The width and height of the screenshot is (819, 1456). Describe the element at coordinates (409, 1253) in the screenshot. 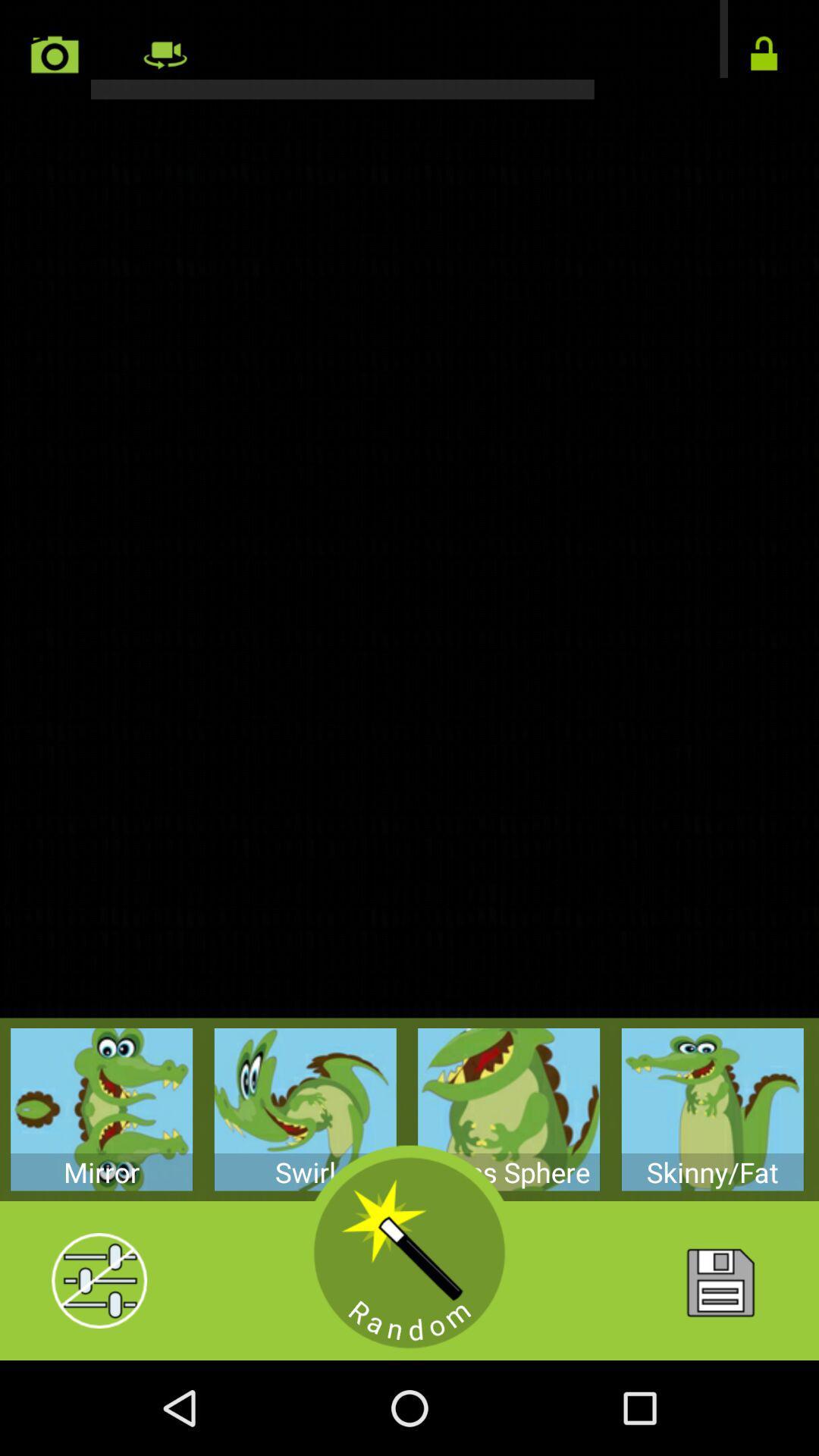

I see `a random tool` at that location.